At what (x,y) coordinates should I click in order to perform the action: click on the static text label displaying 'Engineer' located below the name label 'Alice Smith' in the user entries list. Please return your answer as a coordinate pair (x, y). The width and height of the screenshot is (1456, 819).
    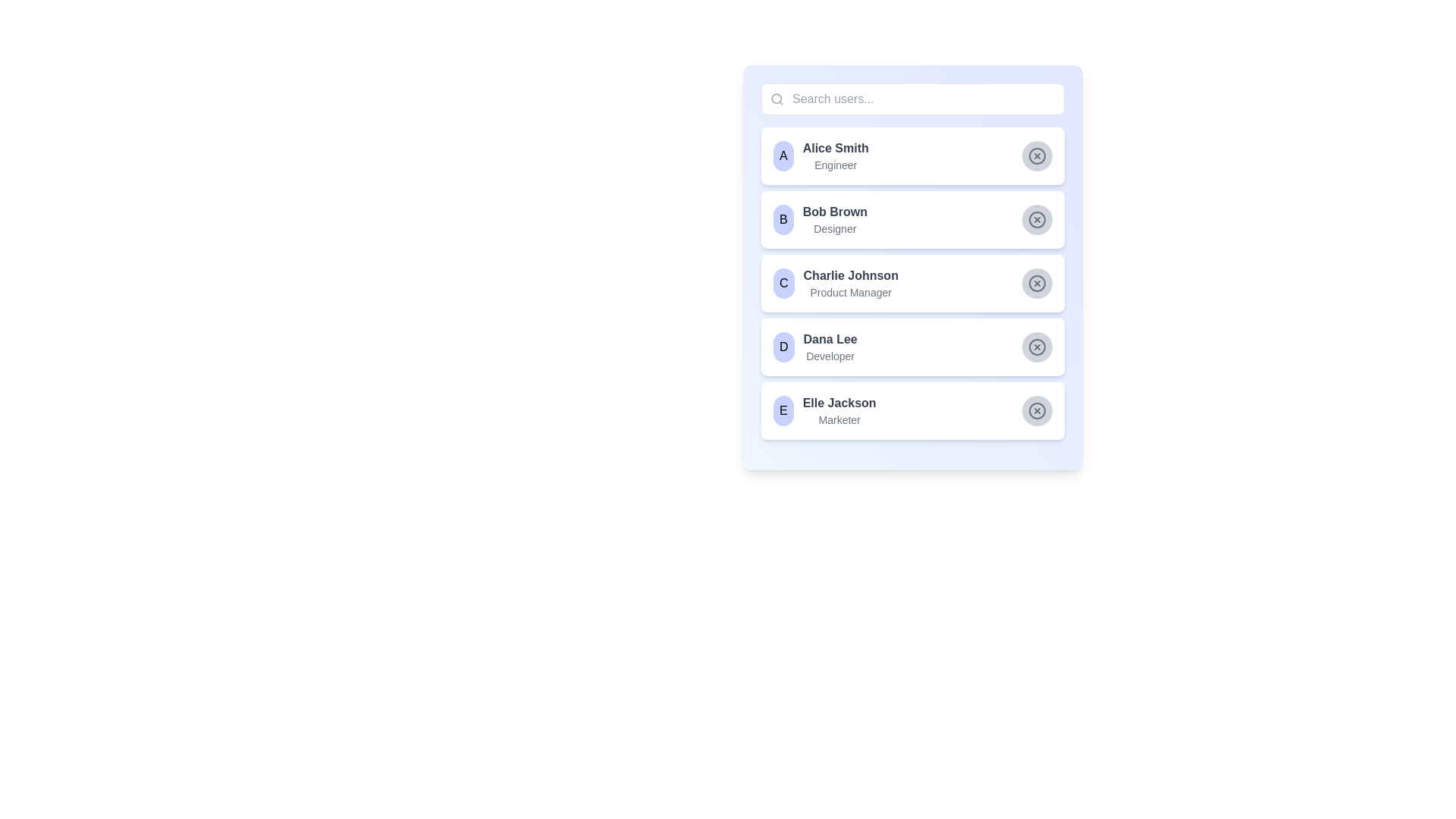
    Looking at the image, I should click on (835, 165).